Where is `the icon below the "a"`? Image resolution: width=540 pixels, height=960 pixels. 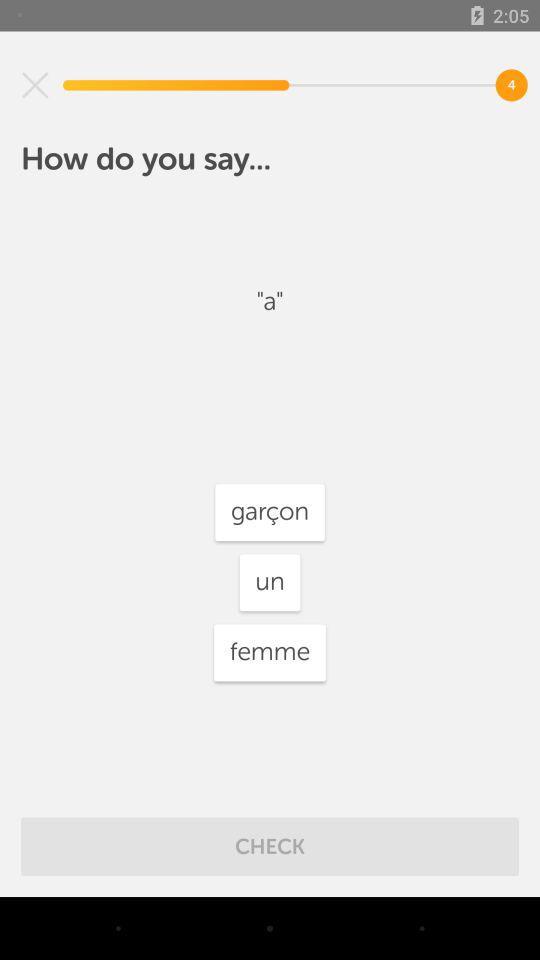
the icon below the "a" is located at coordinates (270, 511).